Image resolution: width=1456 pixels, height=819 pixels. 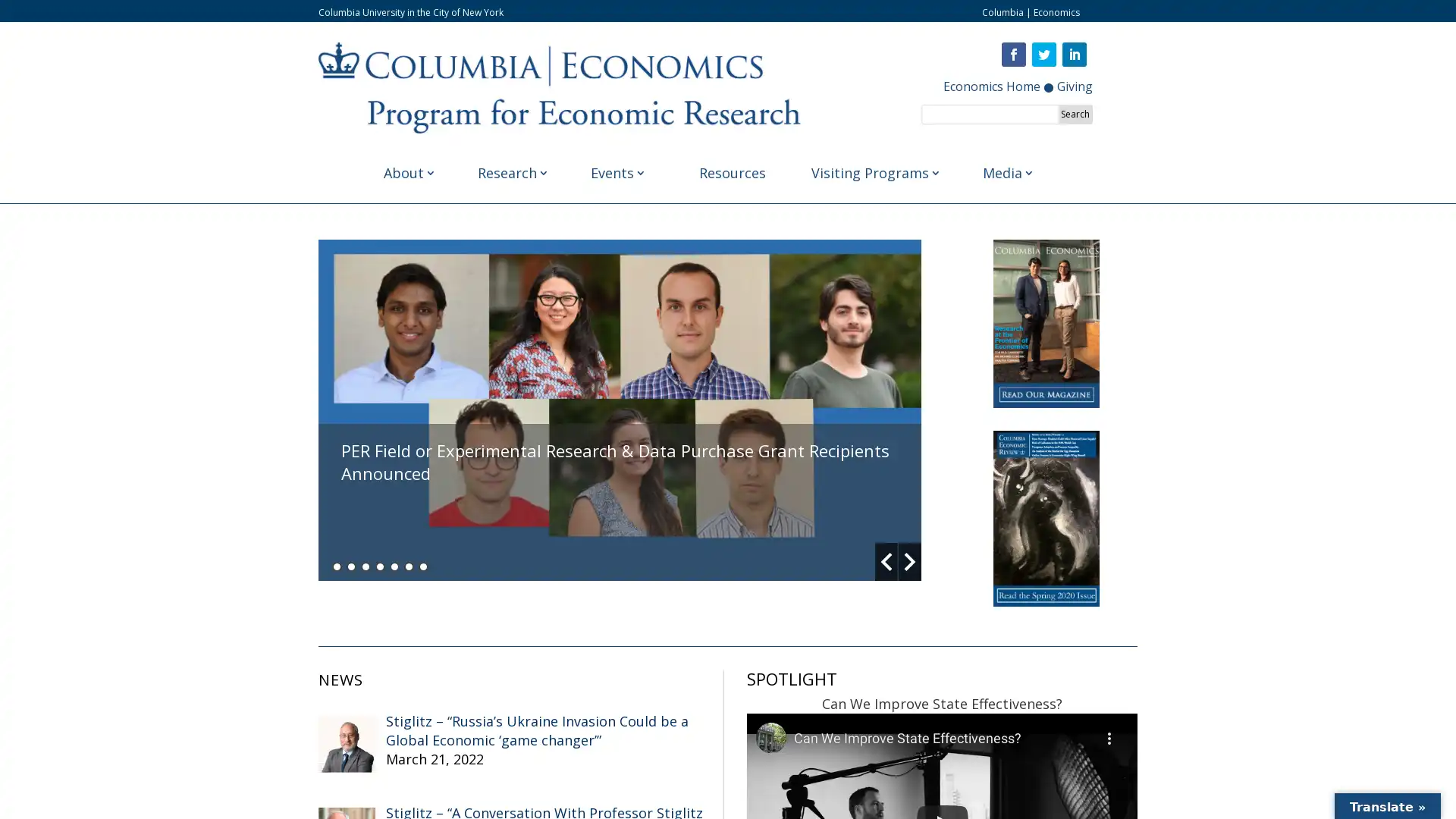 What do you see at coordinates (886, 561) in the screenshot?
I see `Previous` at bounding box center [886, 561].